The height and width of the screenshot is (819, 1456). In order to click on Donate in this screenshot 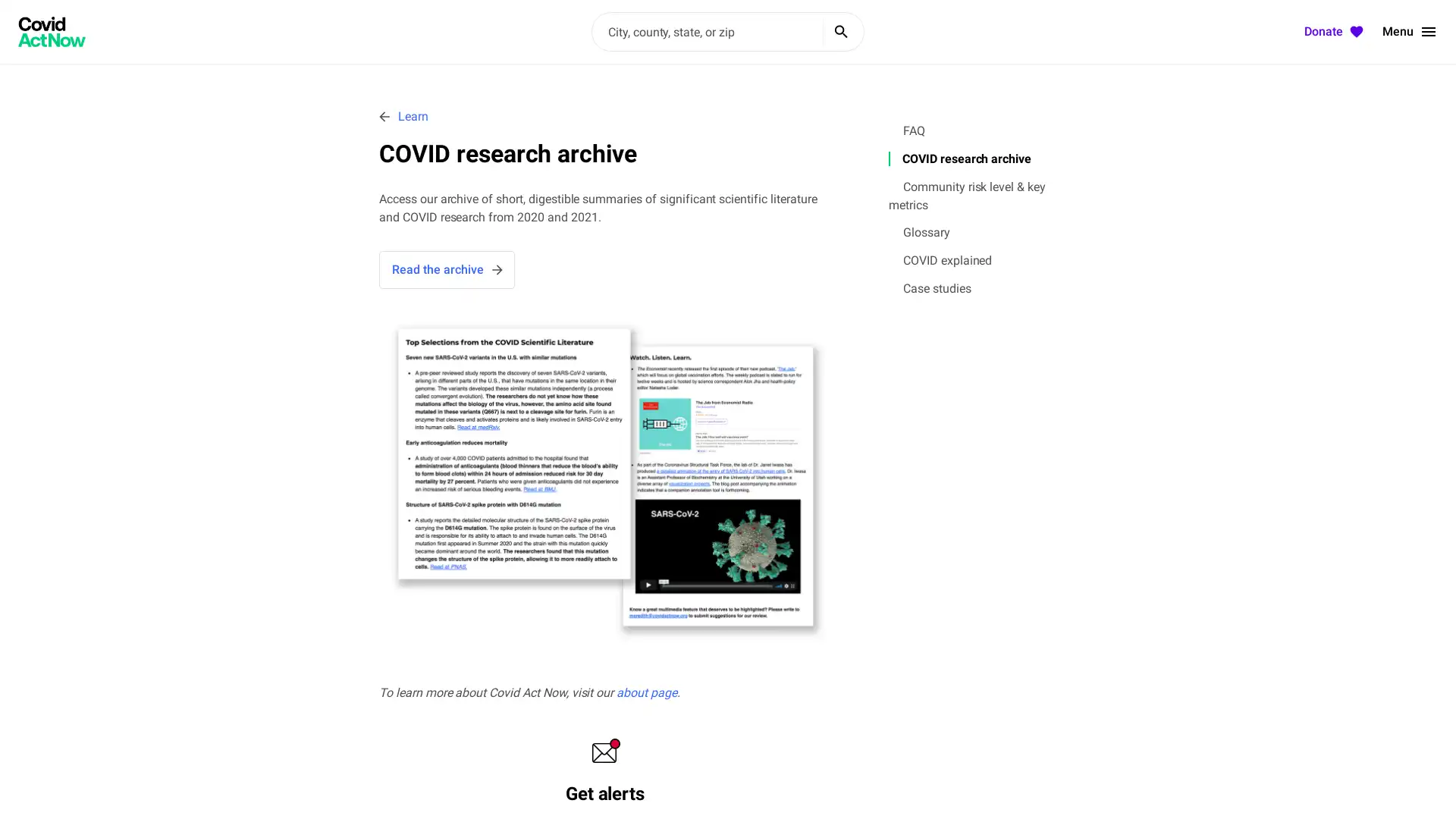, I will do `click(1335, 32)`.